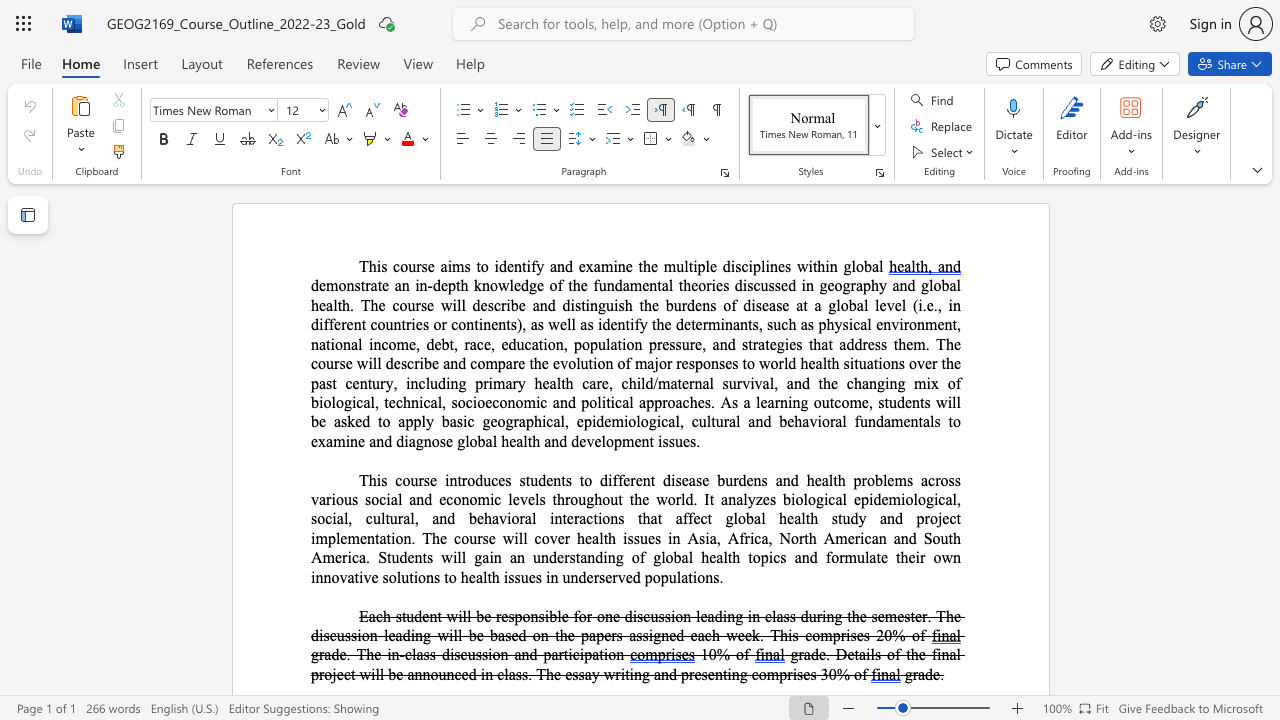 The width and height of the screenshot is (1280, 720). I want to click on the 7th character "a" in the text, so click(411, 498).